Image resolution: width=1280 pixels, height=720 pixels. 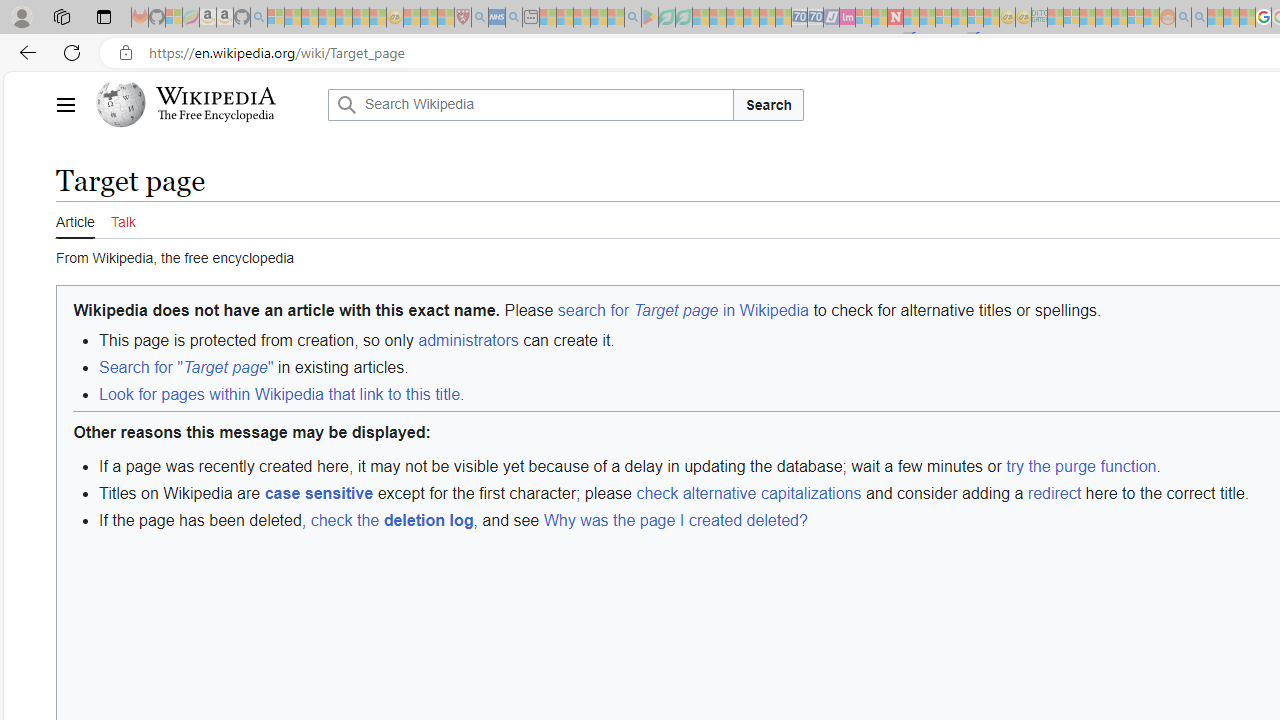 What do you see at coordinates (186, 368) in the screenshot?
I see `'Search for "Target page"'` at bounding box center [186, 368].